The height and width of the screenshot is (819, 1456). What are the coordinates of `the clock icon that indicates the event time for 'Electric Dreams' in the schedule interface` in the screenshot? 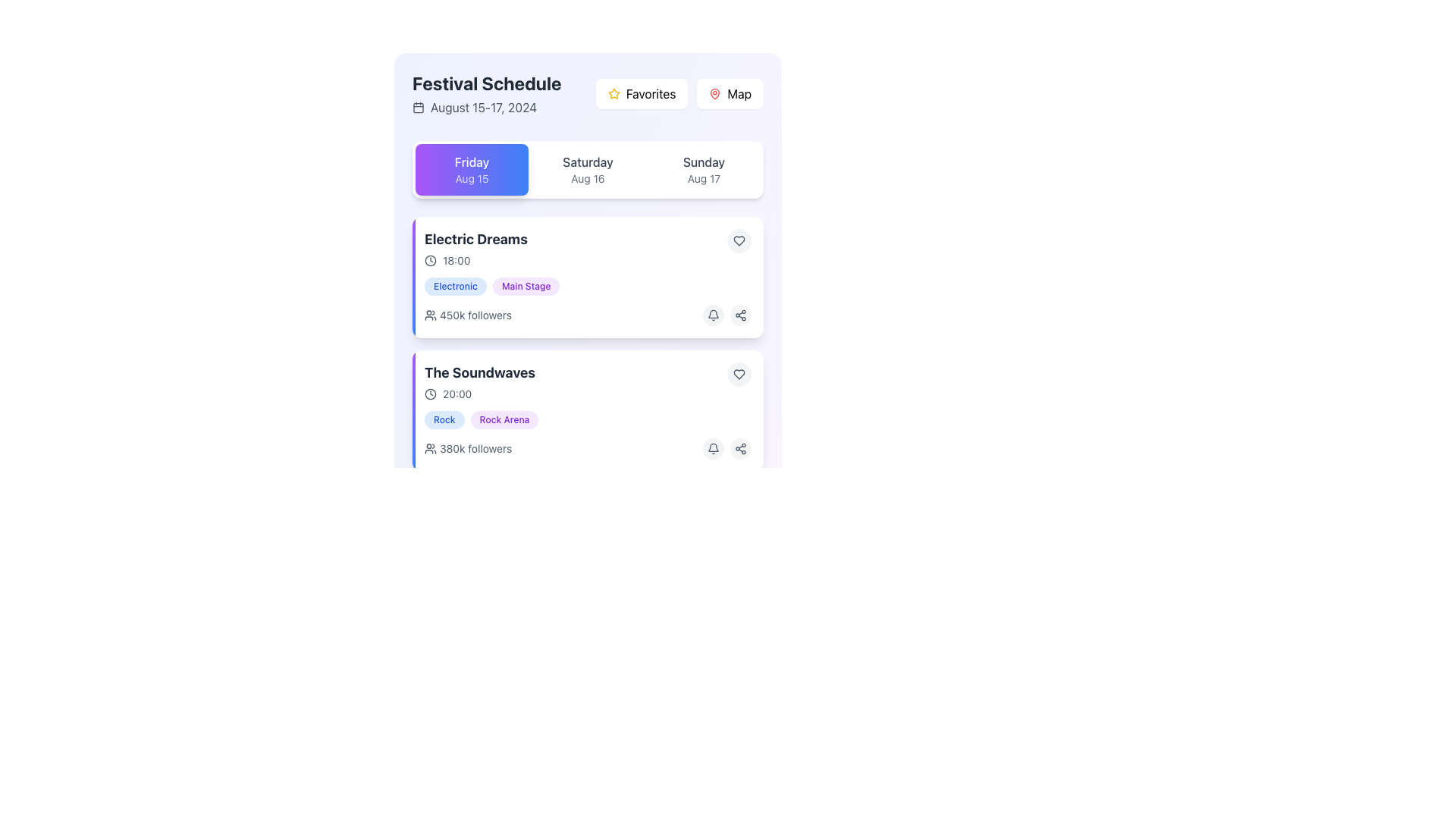 It's located at (429, 259).